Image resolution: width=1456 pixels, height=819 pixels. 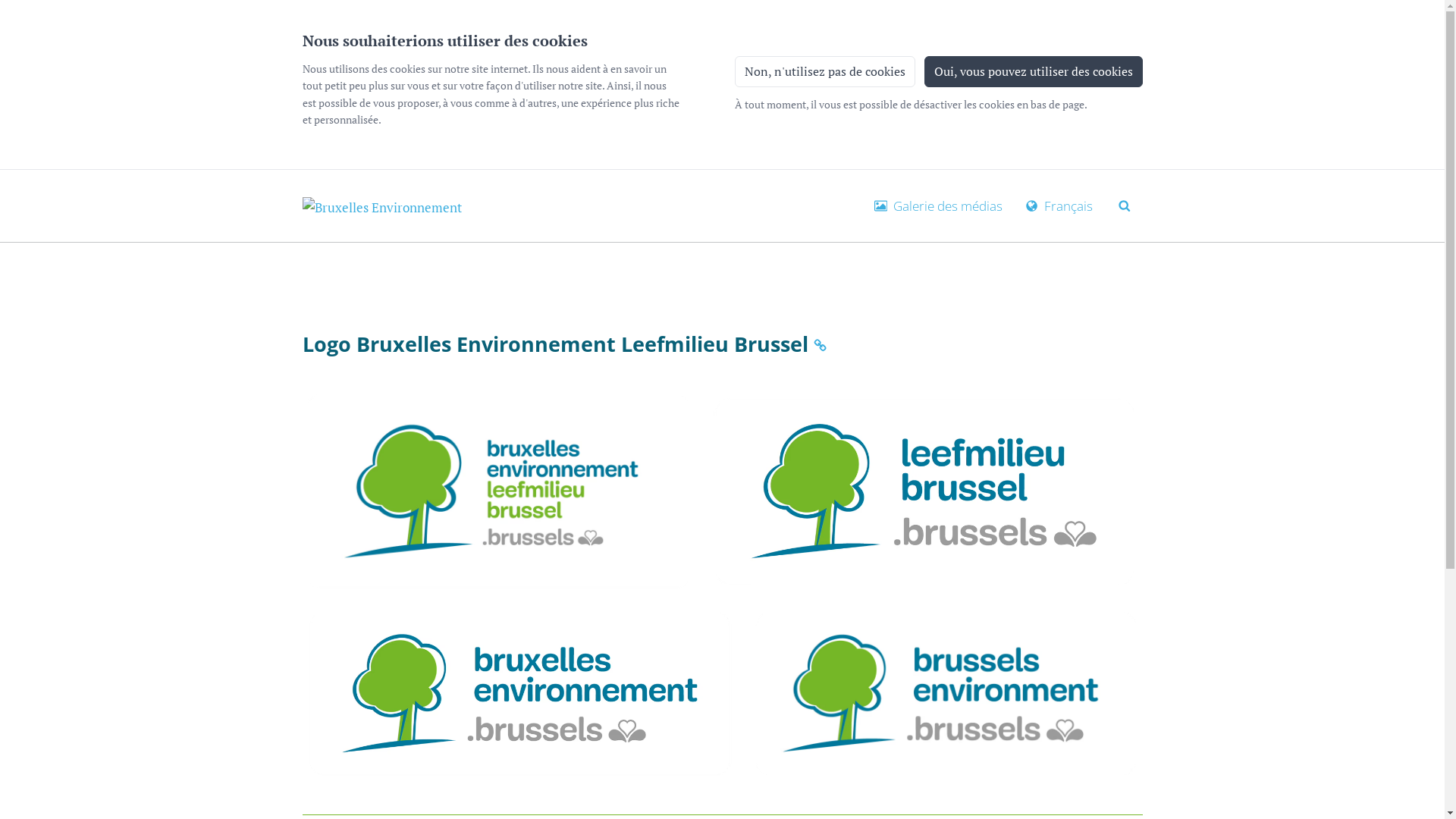 What do you see at coordinates (1125, 203) in the screenshot?
I see `'Rechercher dans la salle de presse'` at bounding box center [1125, 203].